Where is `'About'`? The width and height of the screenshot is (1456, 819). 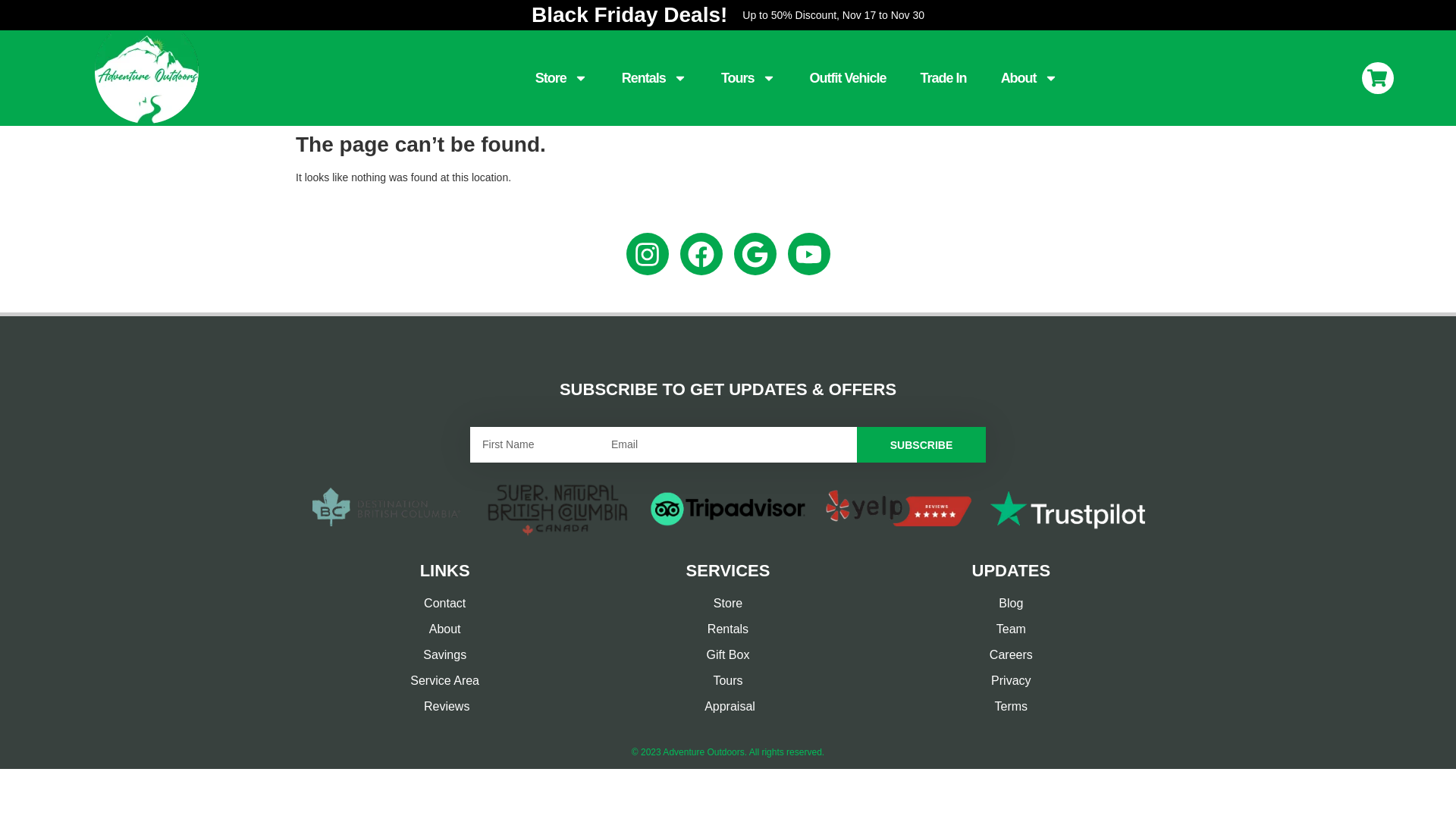
'About' is located at coordinates (1029, 78).